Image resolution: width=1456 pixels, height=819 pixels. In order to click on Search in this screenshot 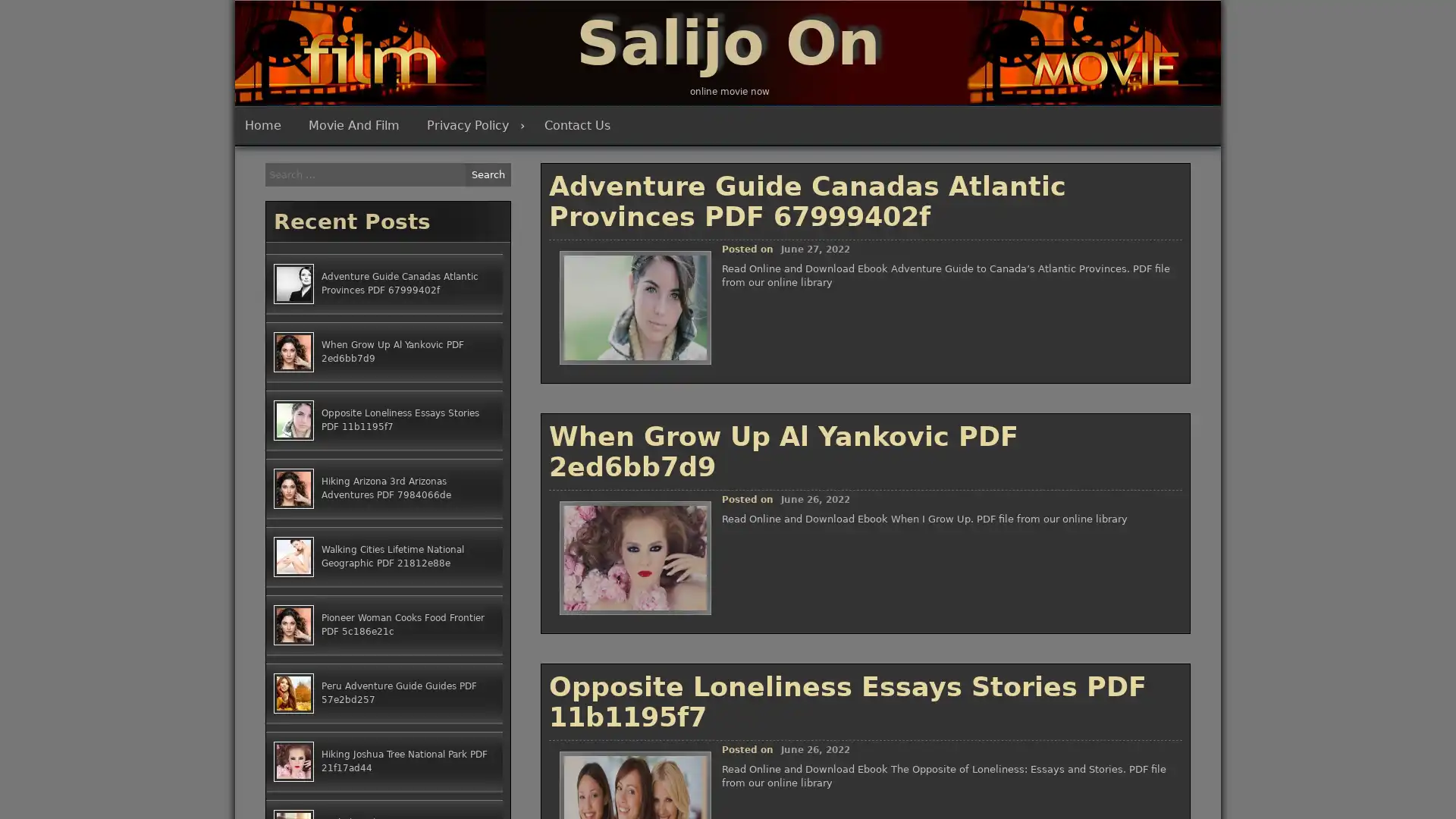, I will do `click(488, 174)`.